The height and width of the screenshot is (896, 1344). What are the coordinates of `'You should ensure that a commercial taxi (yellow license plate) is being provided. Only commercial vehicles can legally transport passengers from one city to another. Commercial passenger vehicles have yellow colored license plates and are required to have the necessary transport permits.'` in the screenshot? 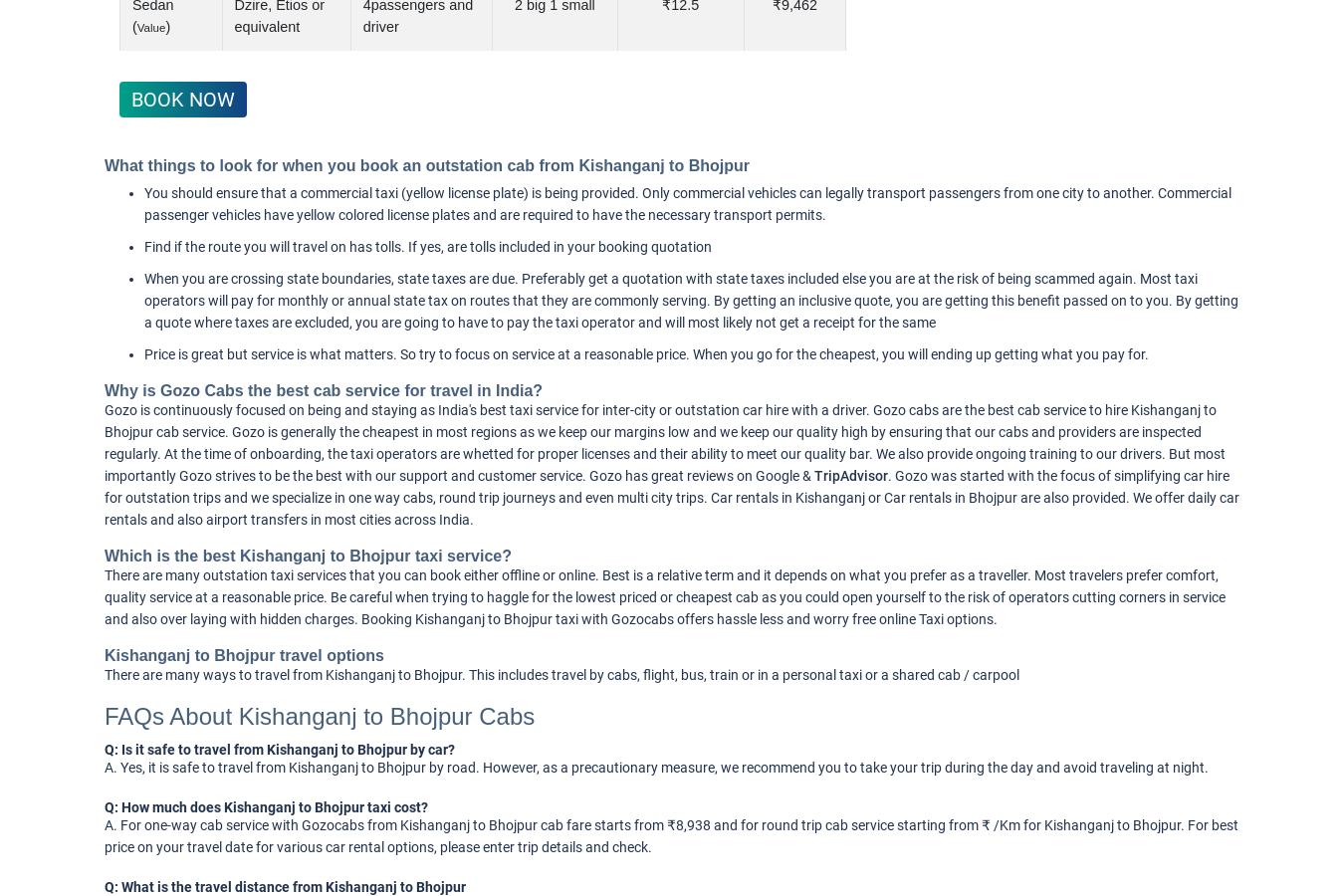 It's located at (687, 204).